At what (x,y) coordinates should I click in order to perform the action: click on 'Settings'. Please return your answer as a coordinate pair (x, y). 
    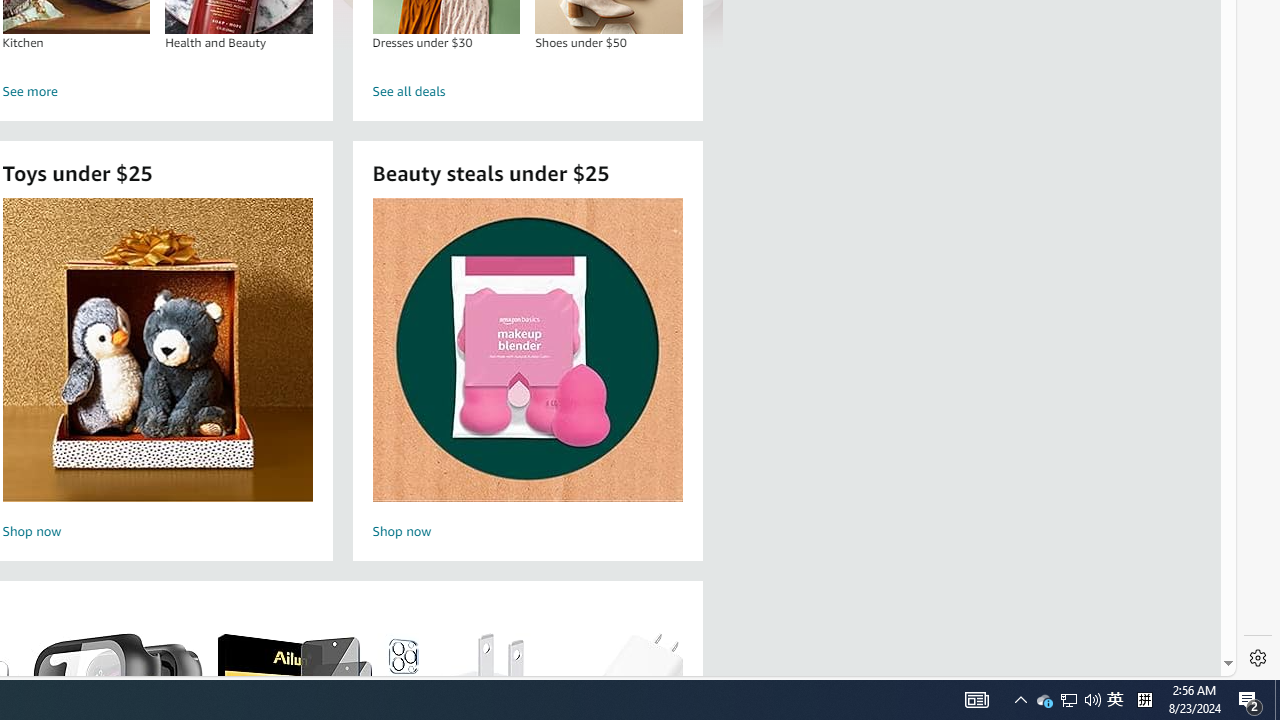
    Looking at the image, I should click on (1257, 658).